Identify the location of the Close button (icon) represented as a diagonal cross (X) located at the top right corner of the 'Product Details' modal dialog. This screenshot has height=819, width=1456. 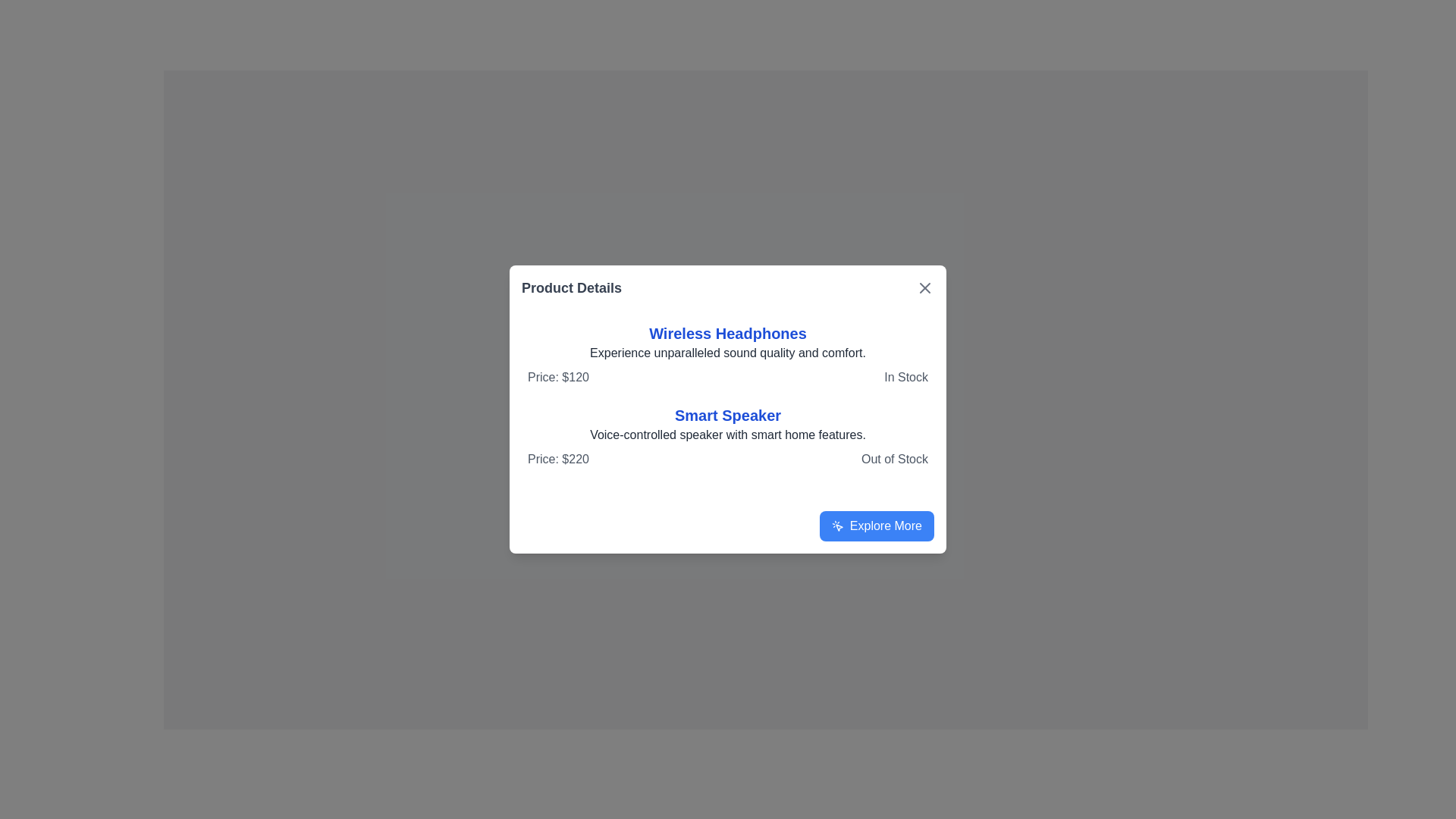
(924, 288).